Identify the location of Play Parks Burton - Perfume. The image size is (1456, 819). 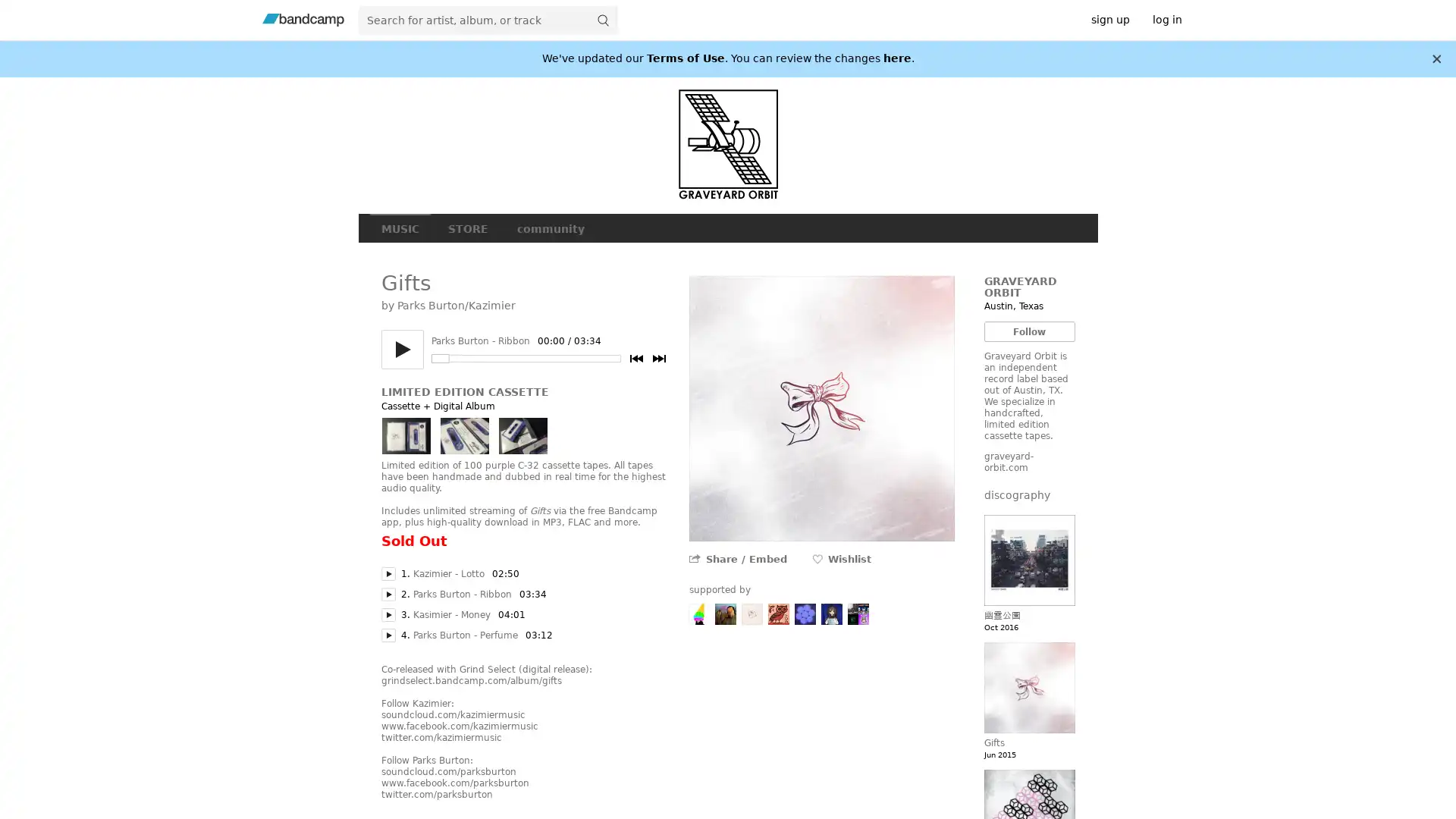
(388, 635).